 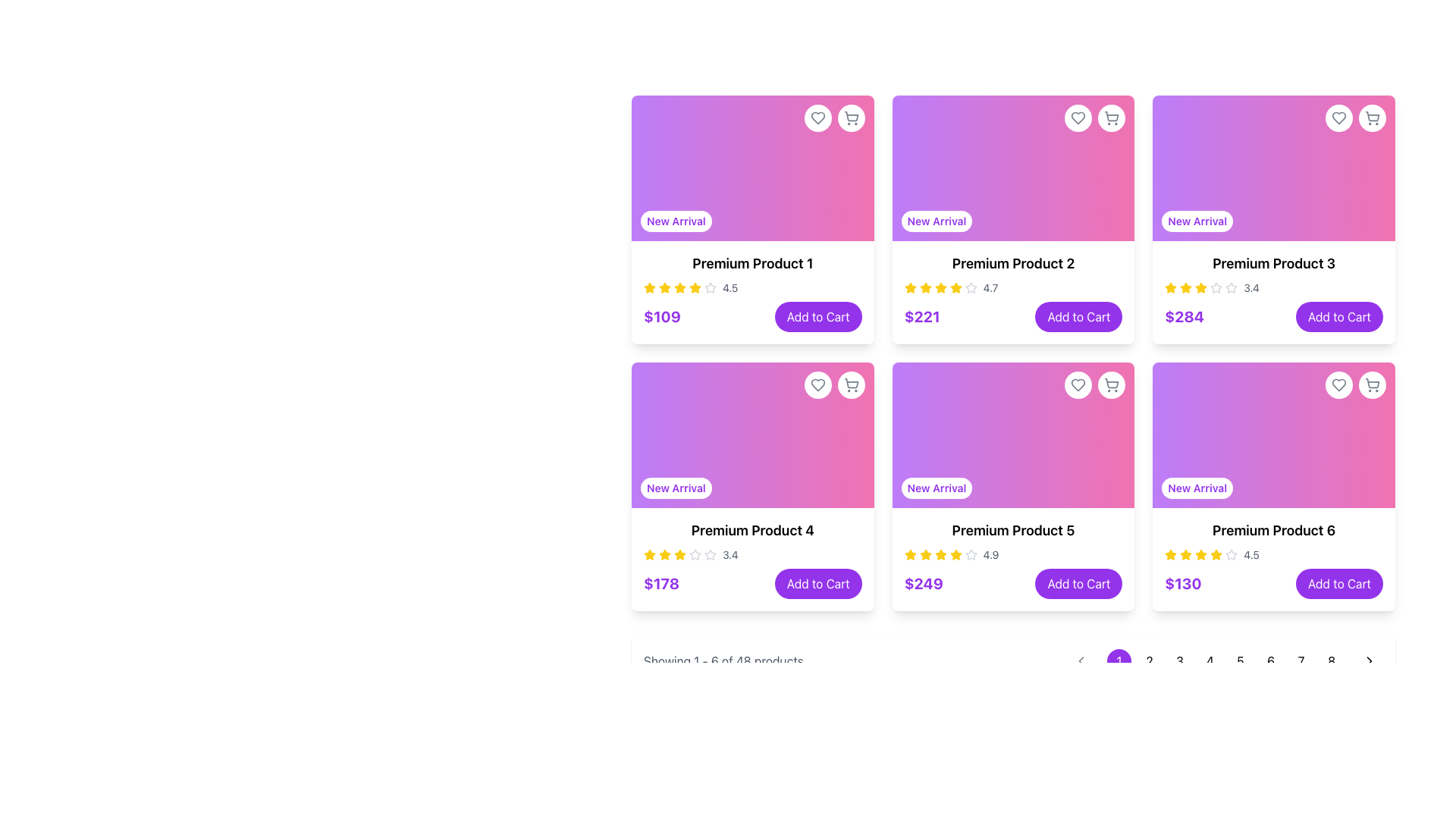 What do you see at coordinates (650, 555) in the screenshot?
I see `the first star icon in the star rating series below the title 'Premium Product 4'` at bounding box center [650, 555].